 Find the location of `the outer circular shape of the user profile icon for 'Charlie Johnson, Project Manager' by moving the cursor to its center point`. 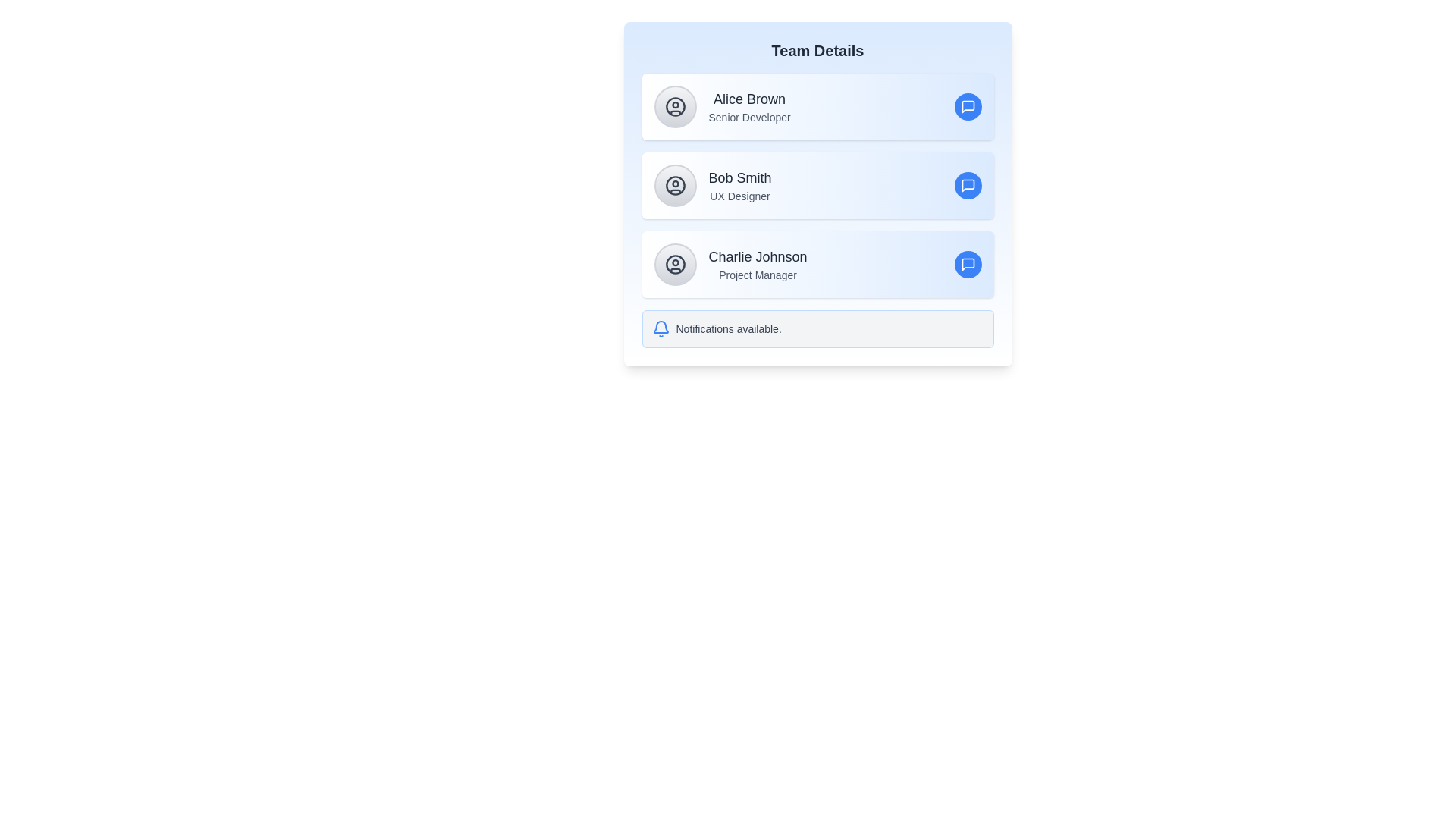

the outer circular shape of the user profile icon for 'Charlie Johnson, Project Manager' by moving the cursor to its center point is located at coordinates (674, 263).